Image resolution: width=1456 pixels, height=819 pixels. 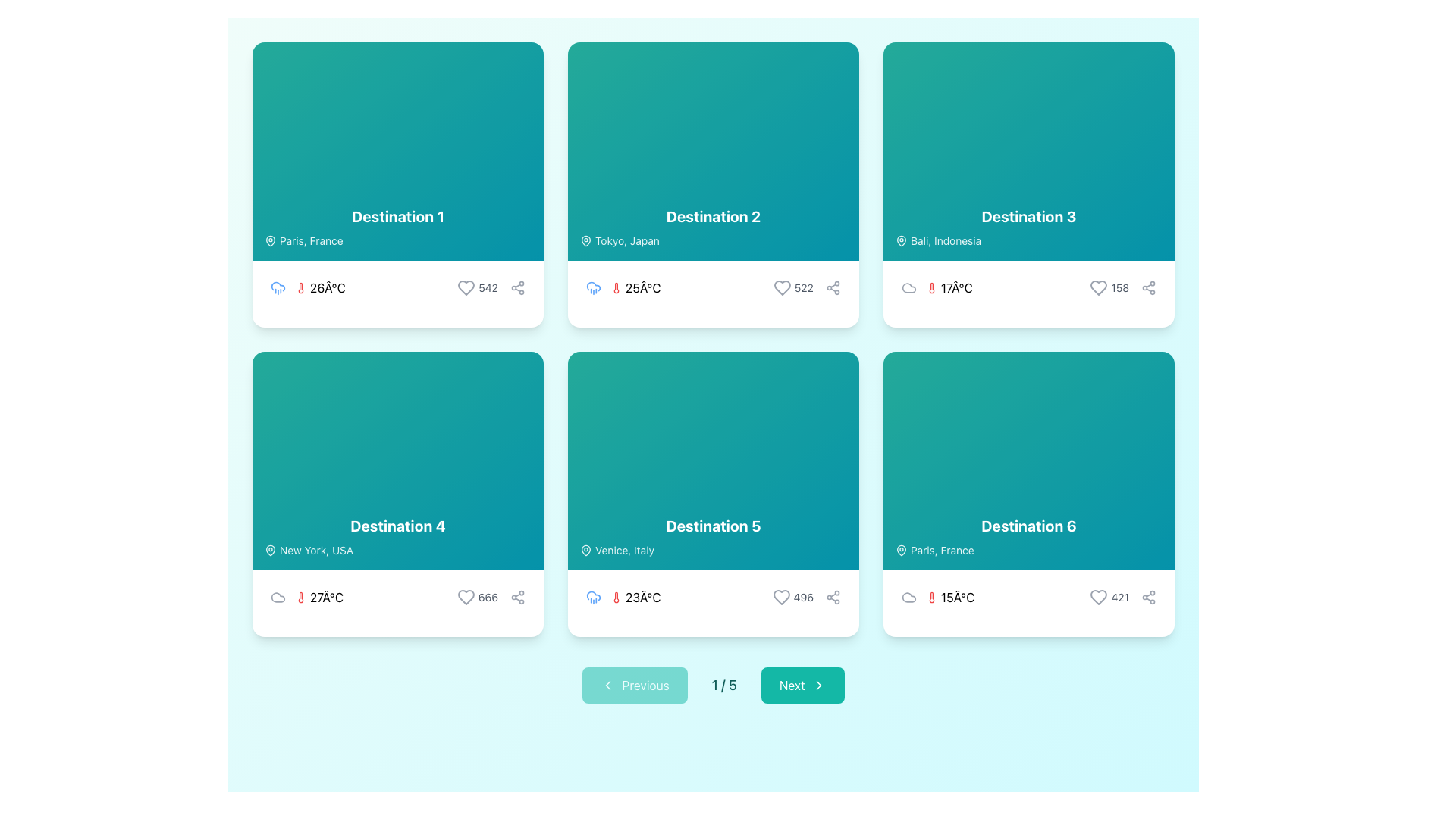 I want to click on the informational card displaying details about 'Destination 4, New York, USA', which is the first card in the second row of the grid layout, so click(x=397, y=460).